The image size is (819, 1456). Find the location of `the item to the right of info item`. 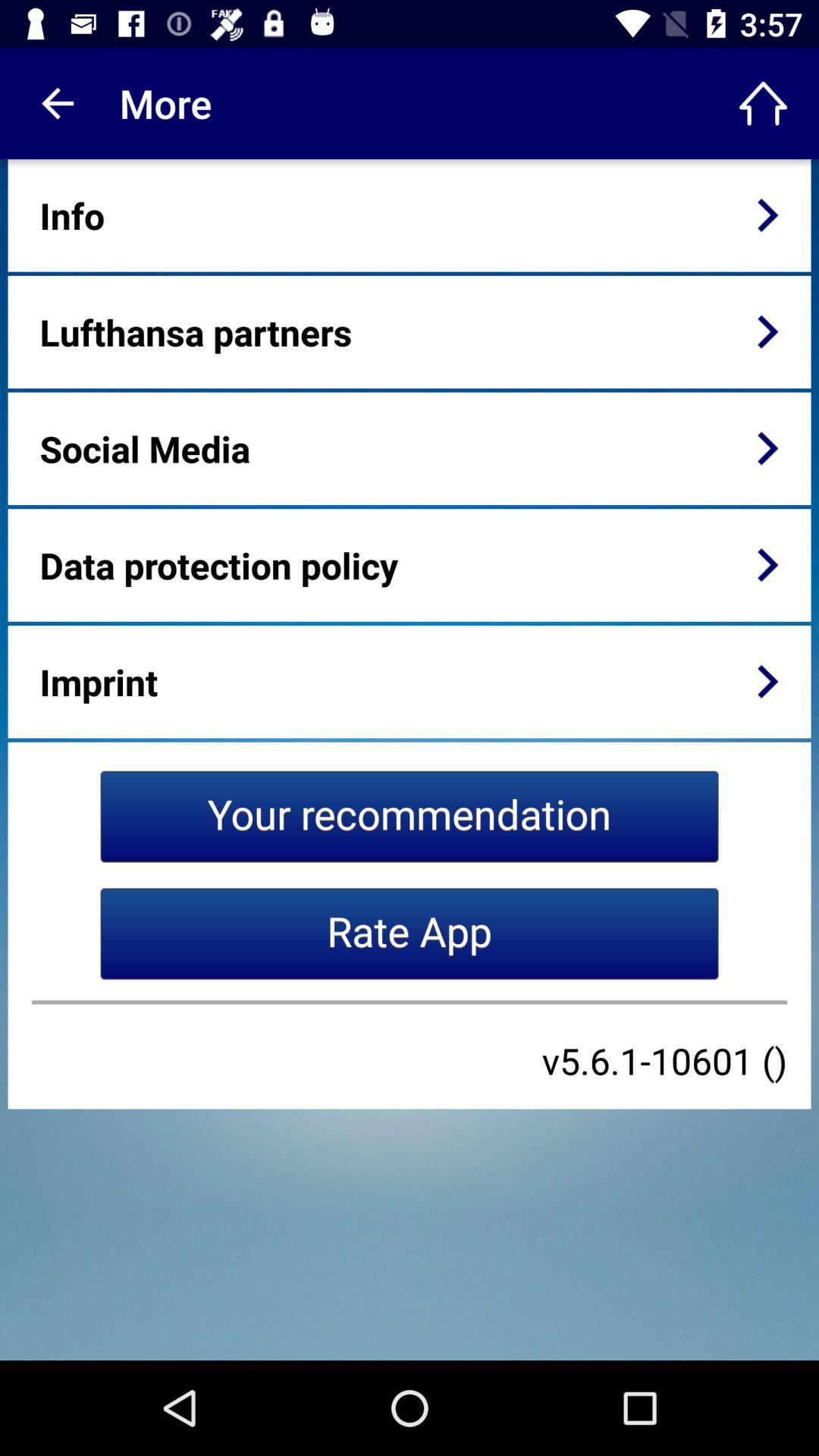

the item to the right of info item is located at coordinates (767, 214).